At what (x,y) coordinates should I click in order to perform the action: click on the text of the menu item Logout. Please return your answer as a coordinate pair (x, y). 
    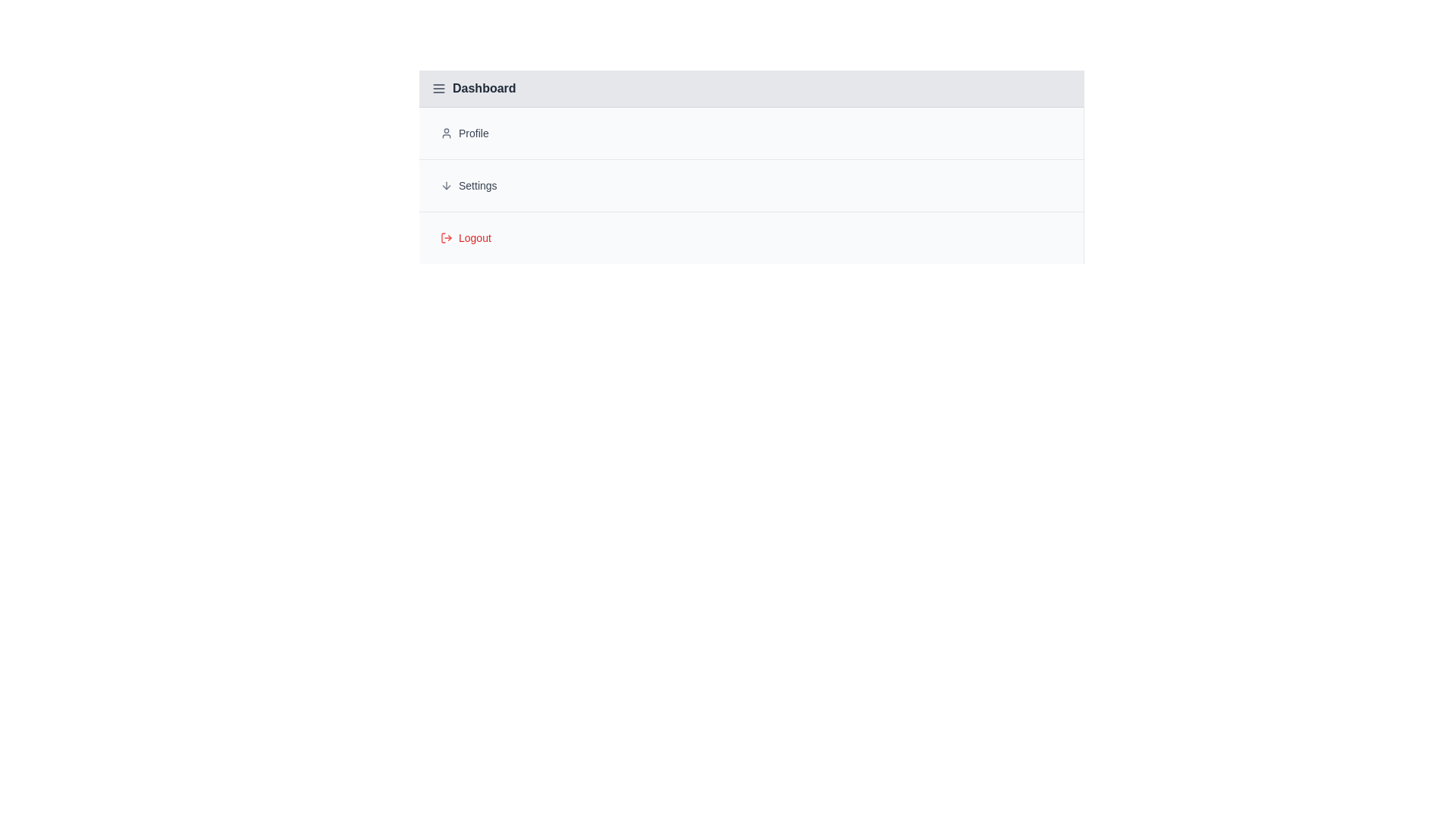
    Looking at the image, I should click on (751, 237).